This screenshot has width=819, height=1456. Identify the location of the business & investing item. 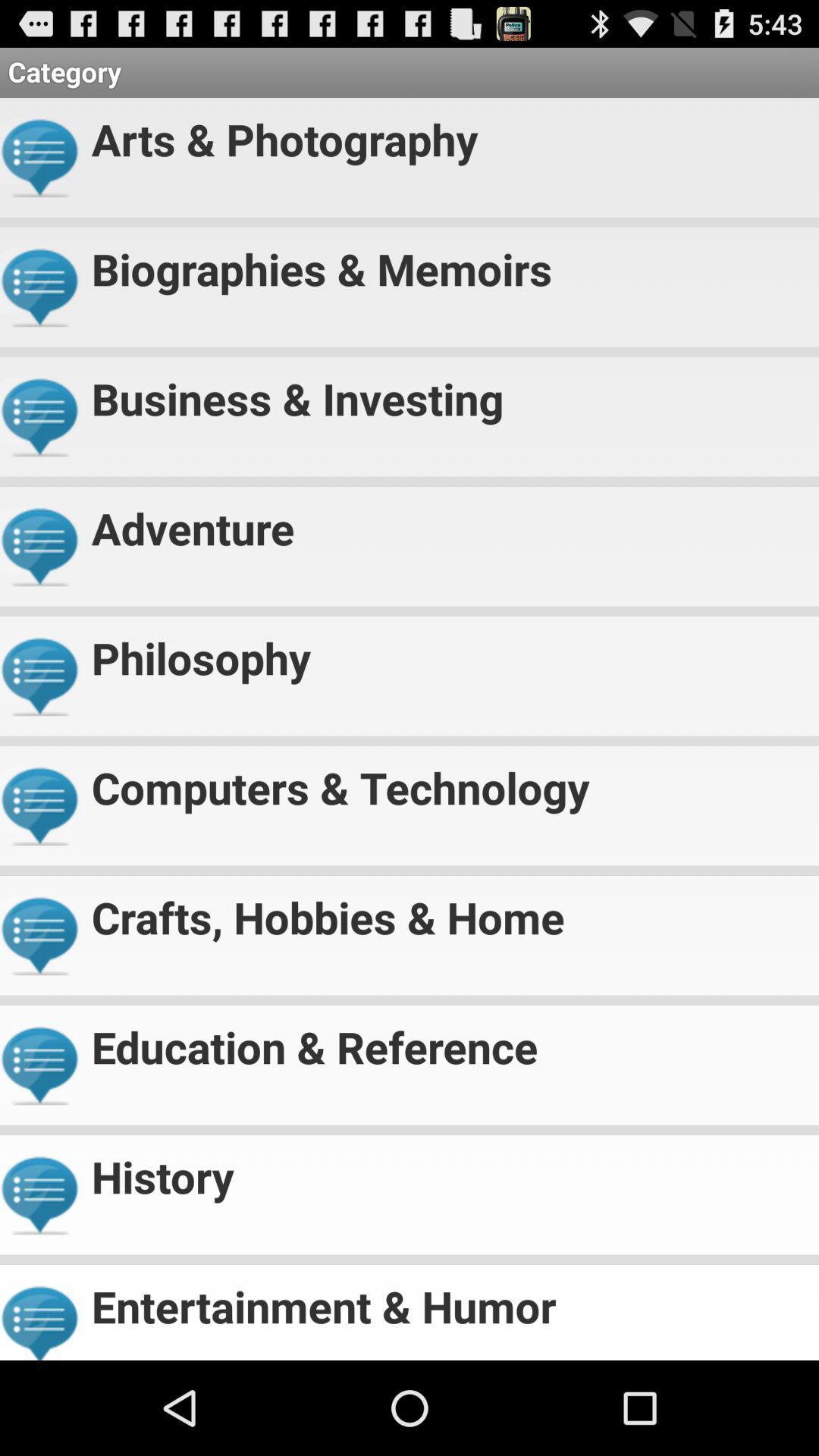
(448, 392).